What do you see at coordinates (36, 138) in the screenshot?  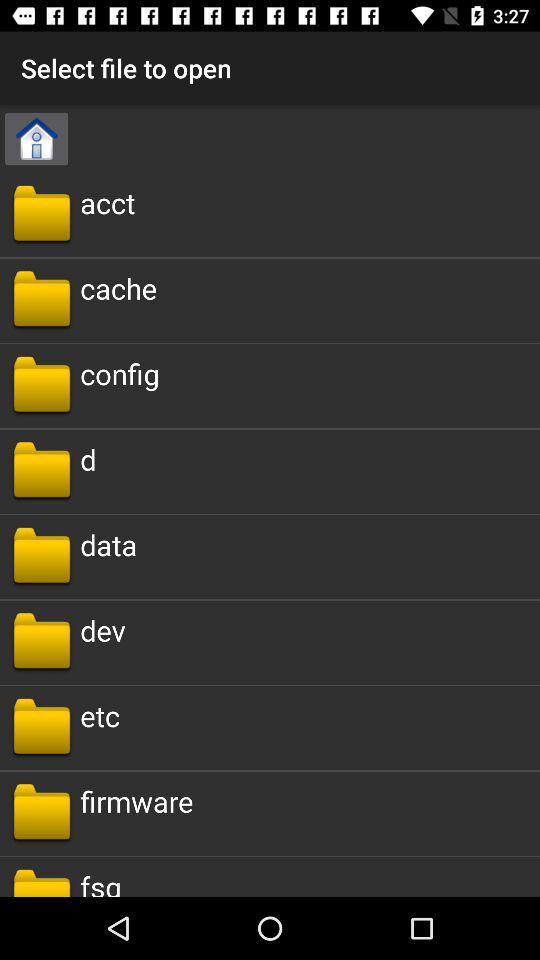 I see `go home` at bounding box center [36, 138].